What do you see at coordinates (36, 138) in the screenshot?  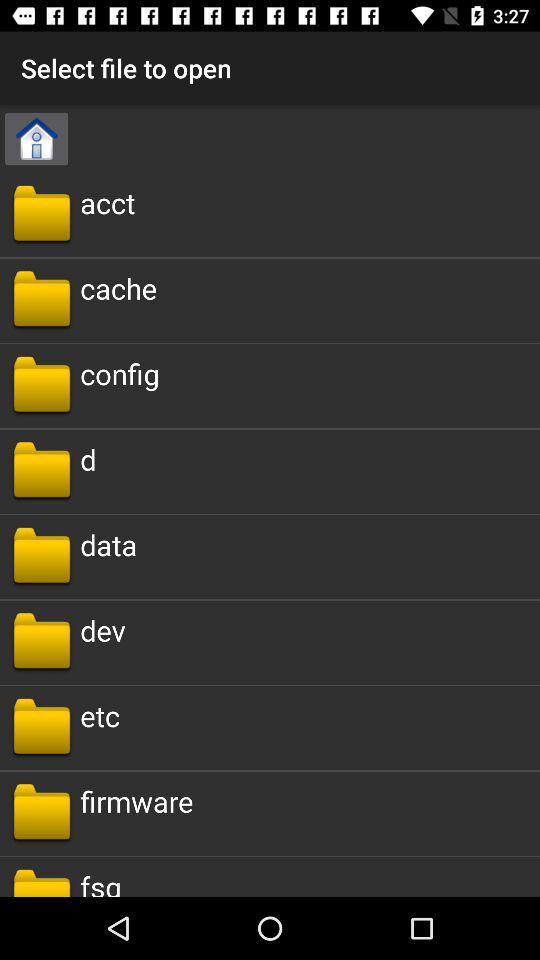 I see `go home` at bounding box center [36, 138].